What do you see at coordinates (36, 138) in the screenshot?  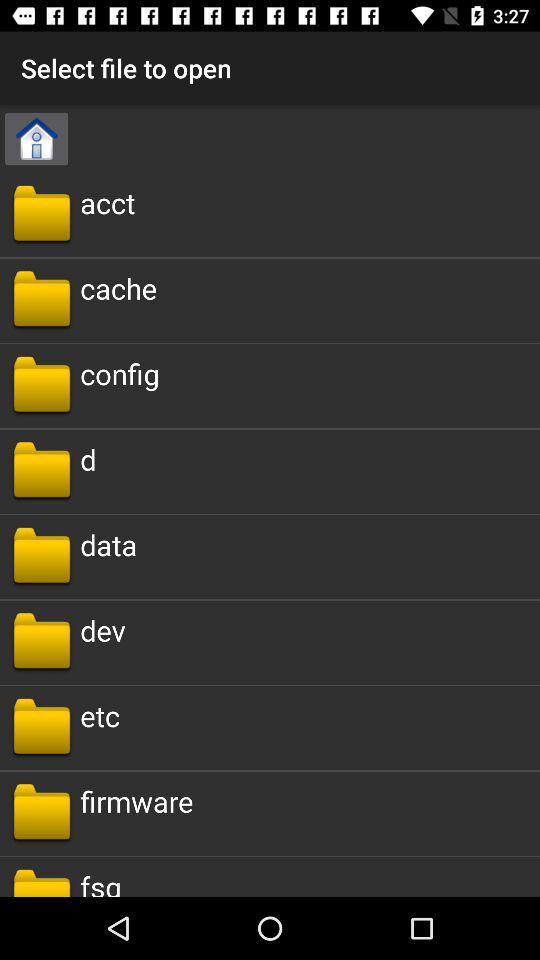 I see `go home` at bounding box center [36, 138].